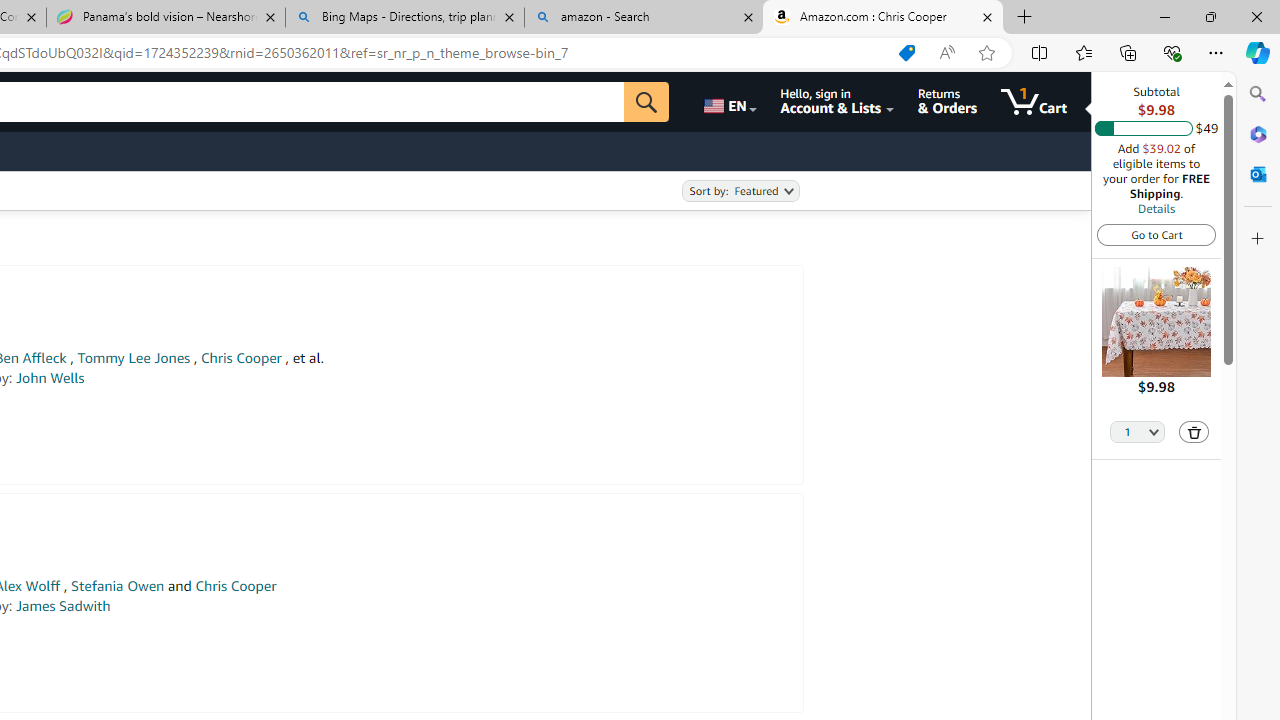 Image resolution: width=1280 pixels, height=720 pixels. Describe the element at coordinates (1156, 208) in the screenshot. I see `'Details'` at that location.